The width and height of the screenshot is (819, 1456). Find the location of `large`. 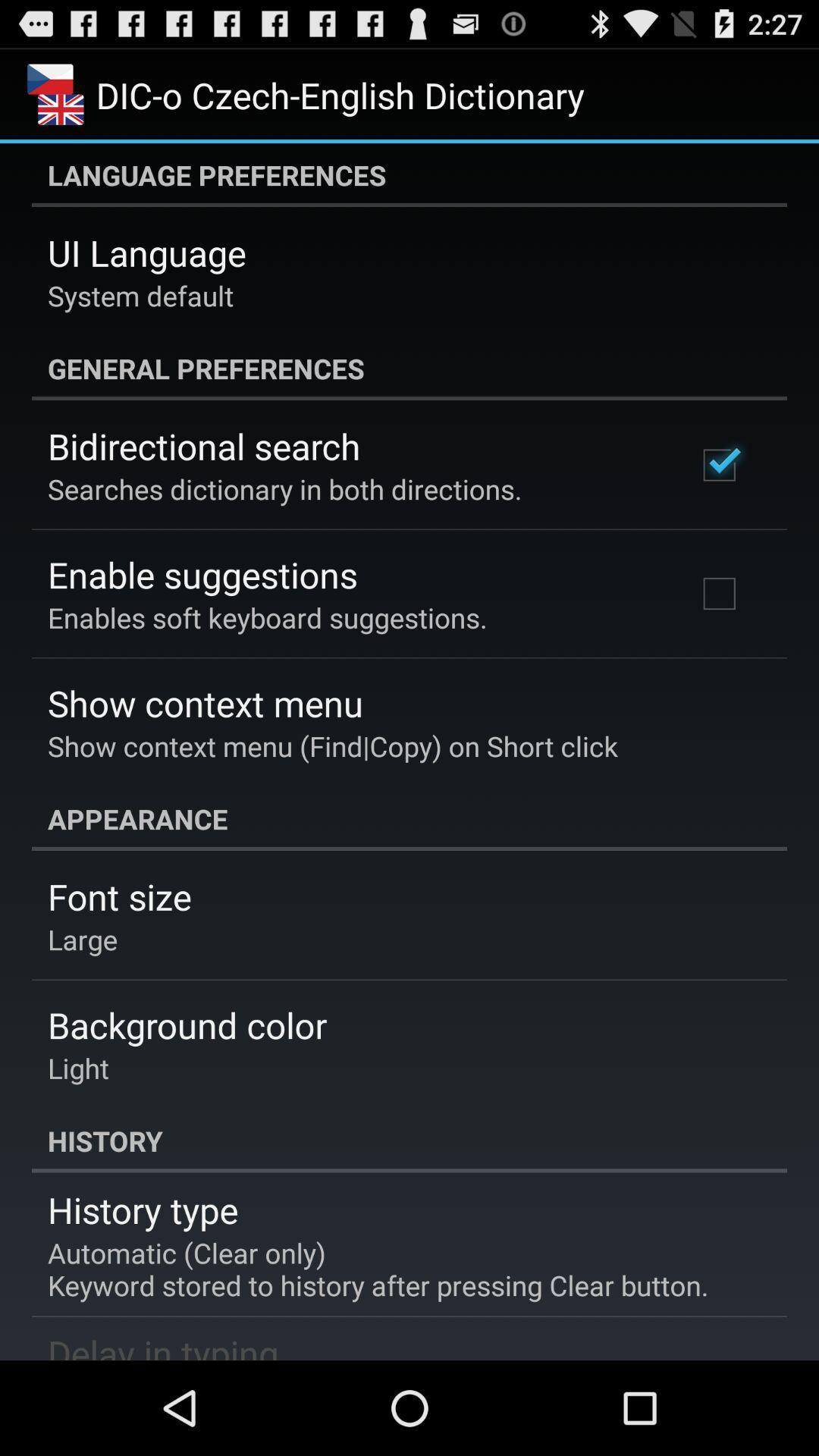

large is located at coordinates (83, 938).